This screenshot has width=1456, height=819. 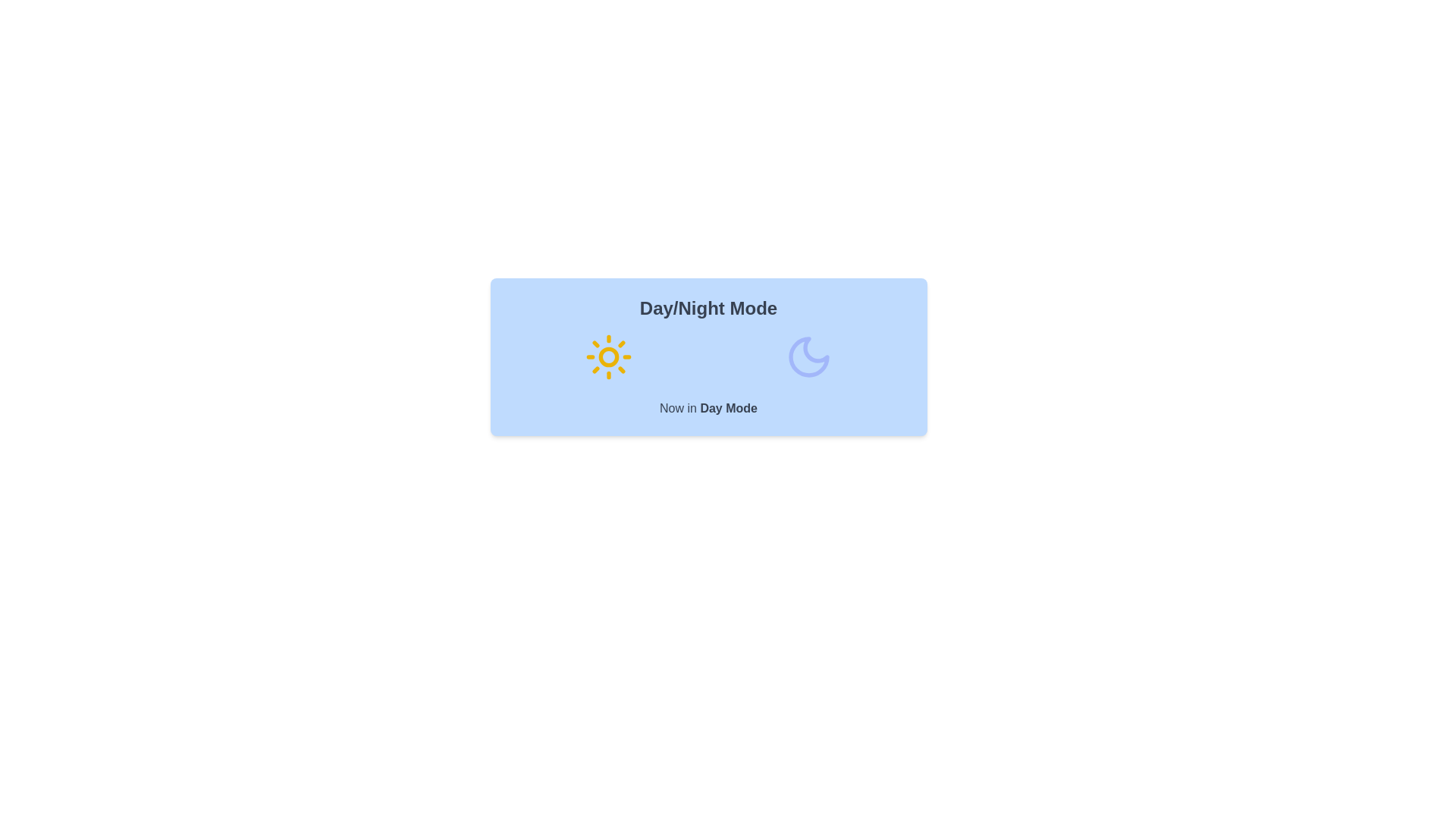 I want to click on the Sun icon to trigger its animation, so click(x=608, y=356).